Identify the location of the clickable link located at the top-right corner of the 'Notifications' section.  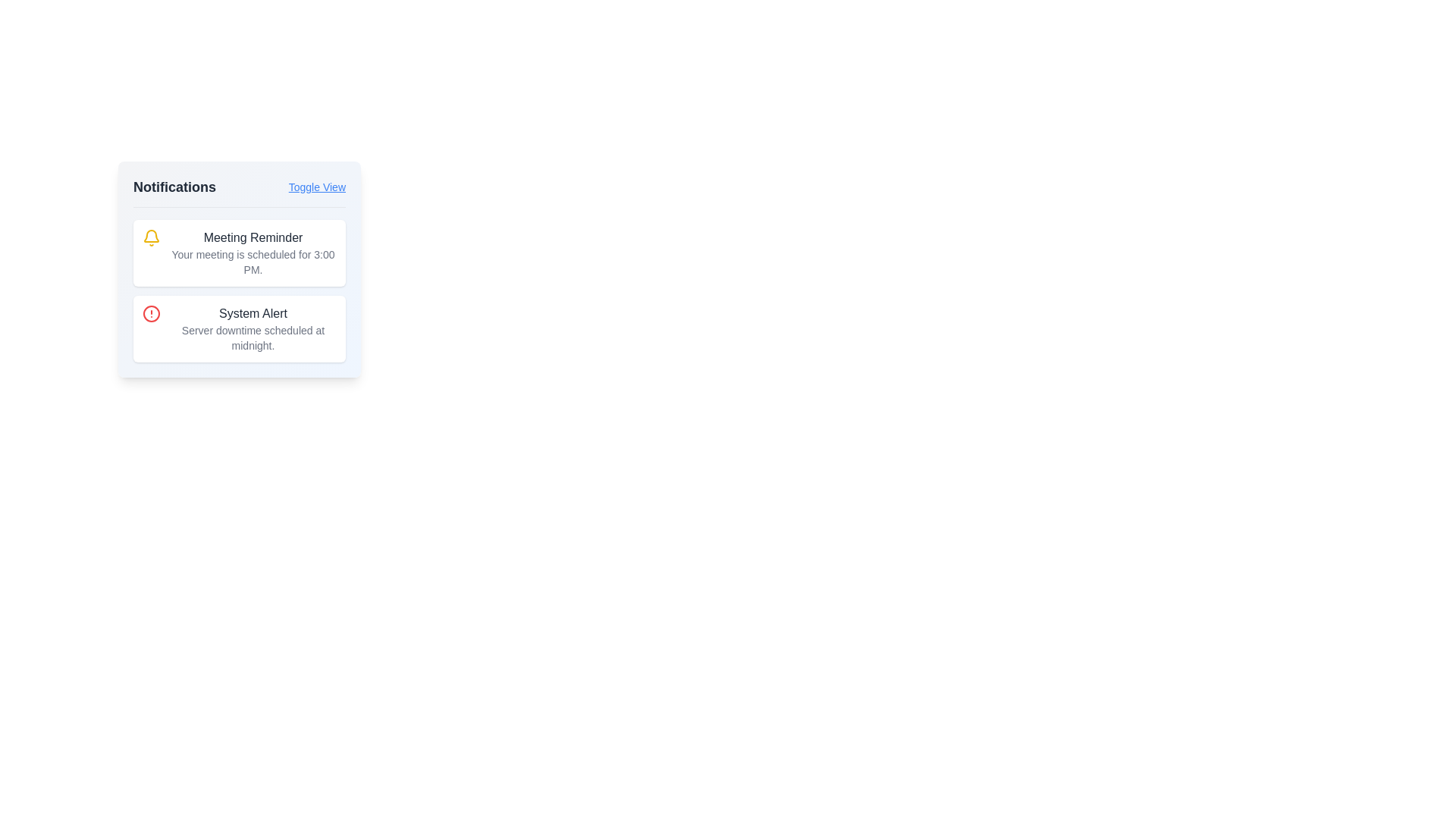
(316, 186).